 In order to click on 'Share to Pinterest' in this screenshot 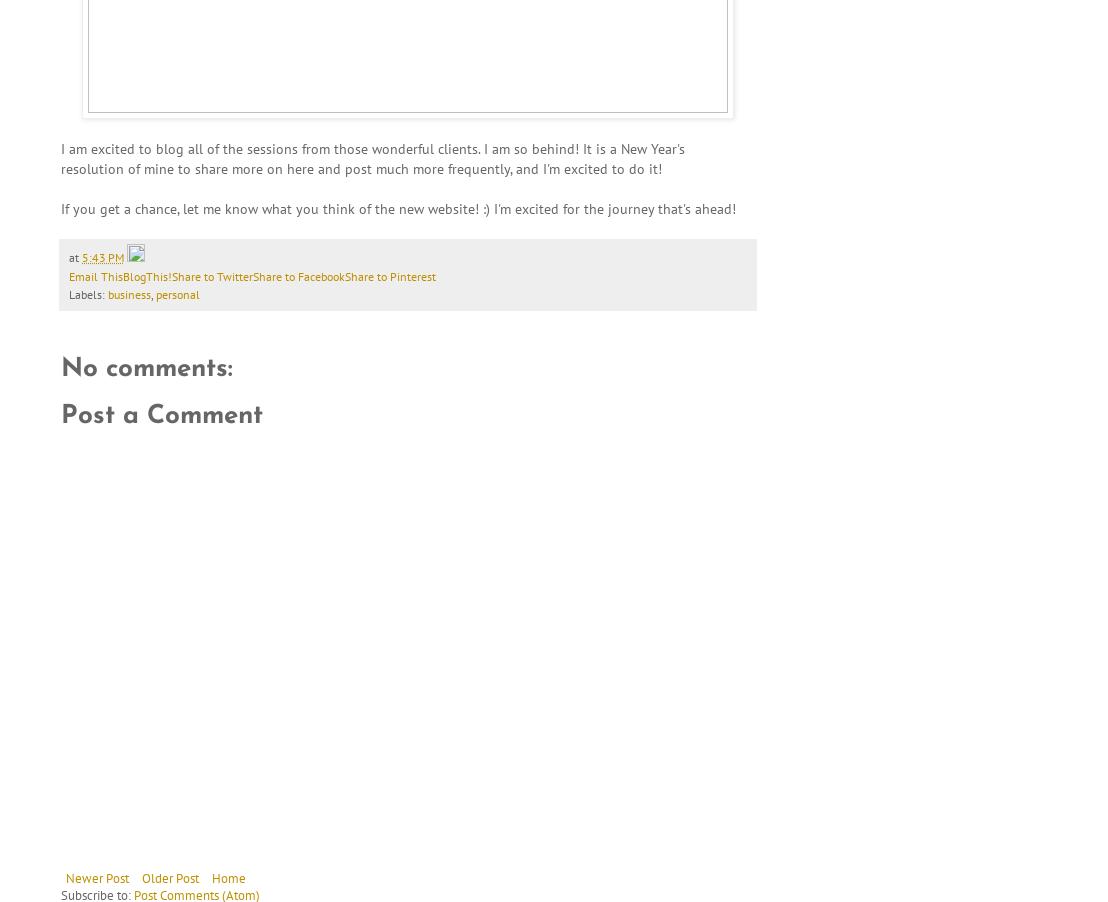, I will do `click(390, 275)`.